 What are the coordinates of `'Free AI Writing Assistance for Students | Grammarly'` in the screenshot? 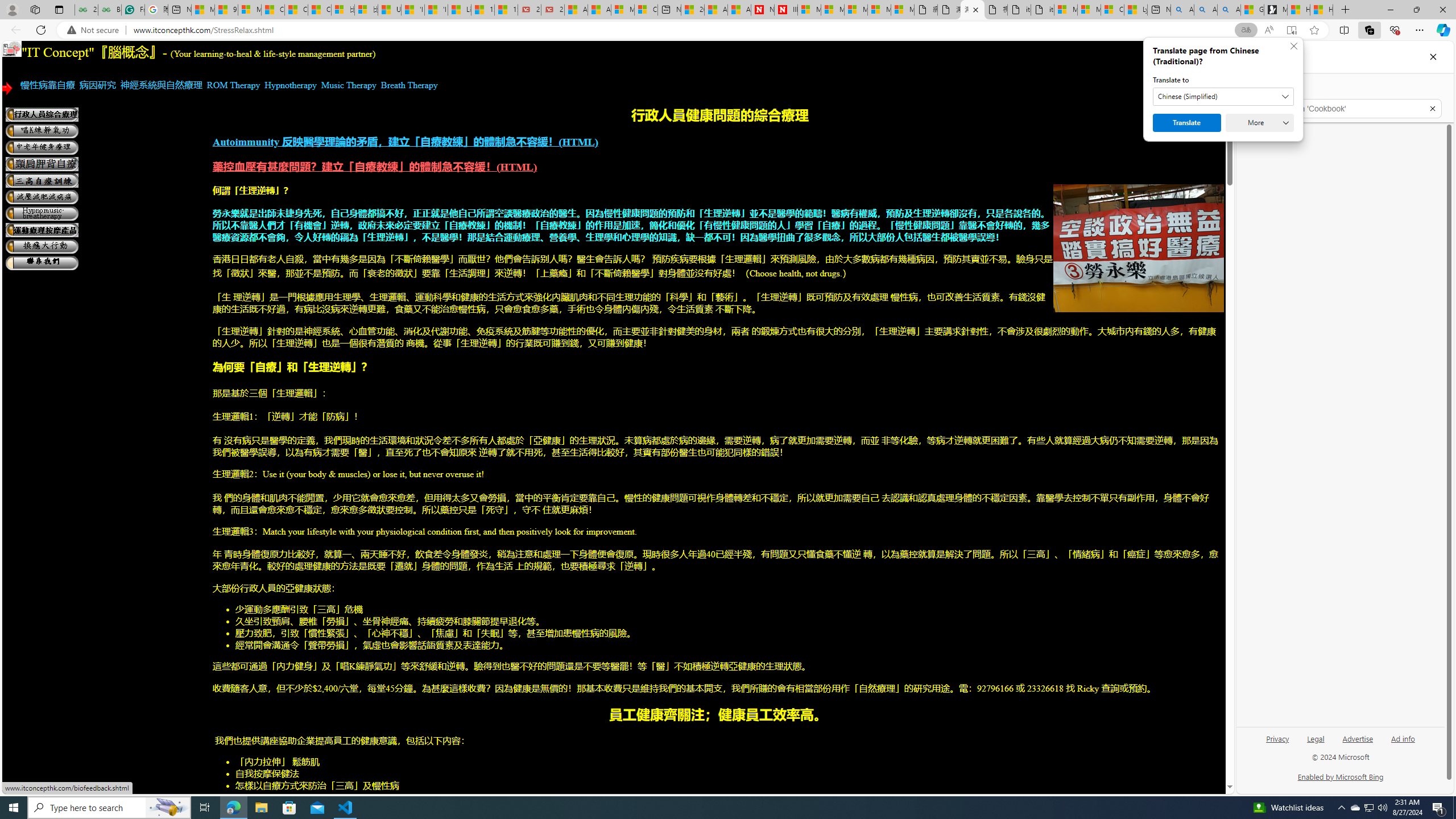 It's located at (133, 9).